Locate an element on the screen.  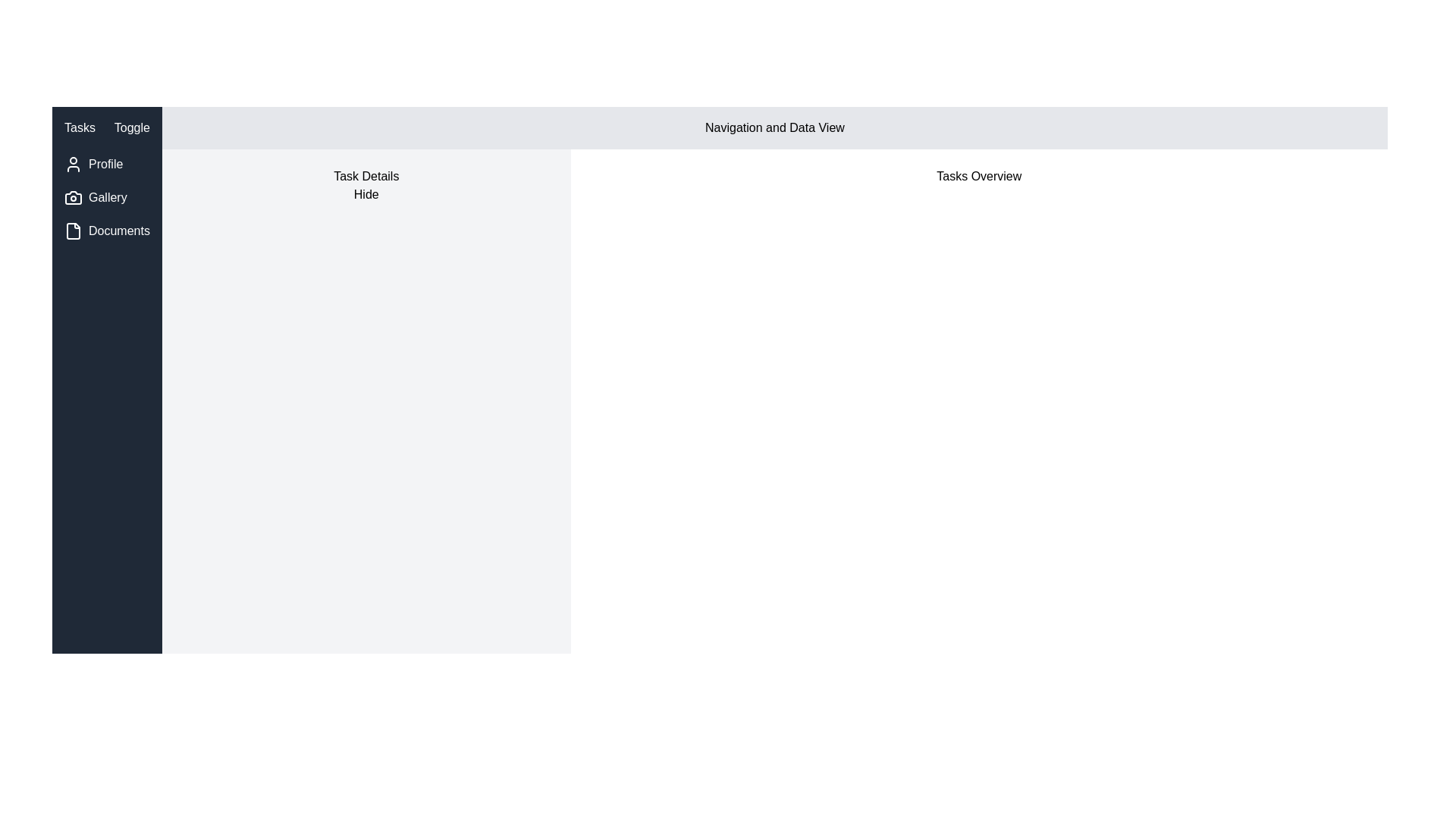
the 'Tasks' text label, which is displayed in white font on a dark background and located in the upper-left section of the user interface, next to the 'Toggle' label is located at coordinates (79, 127).